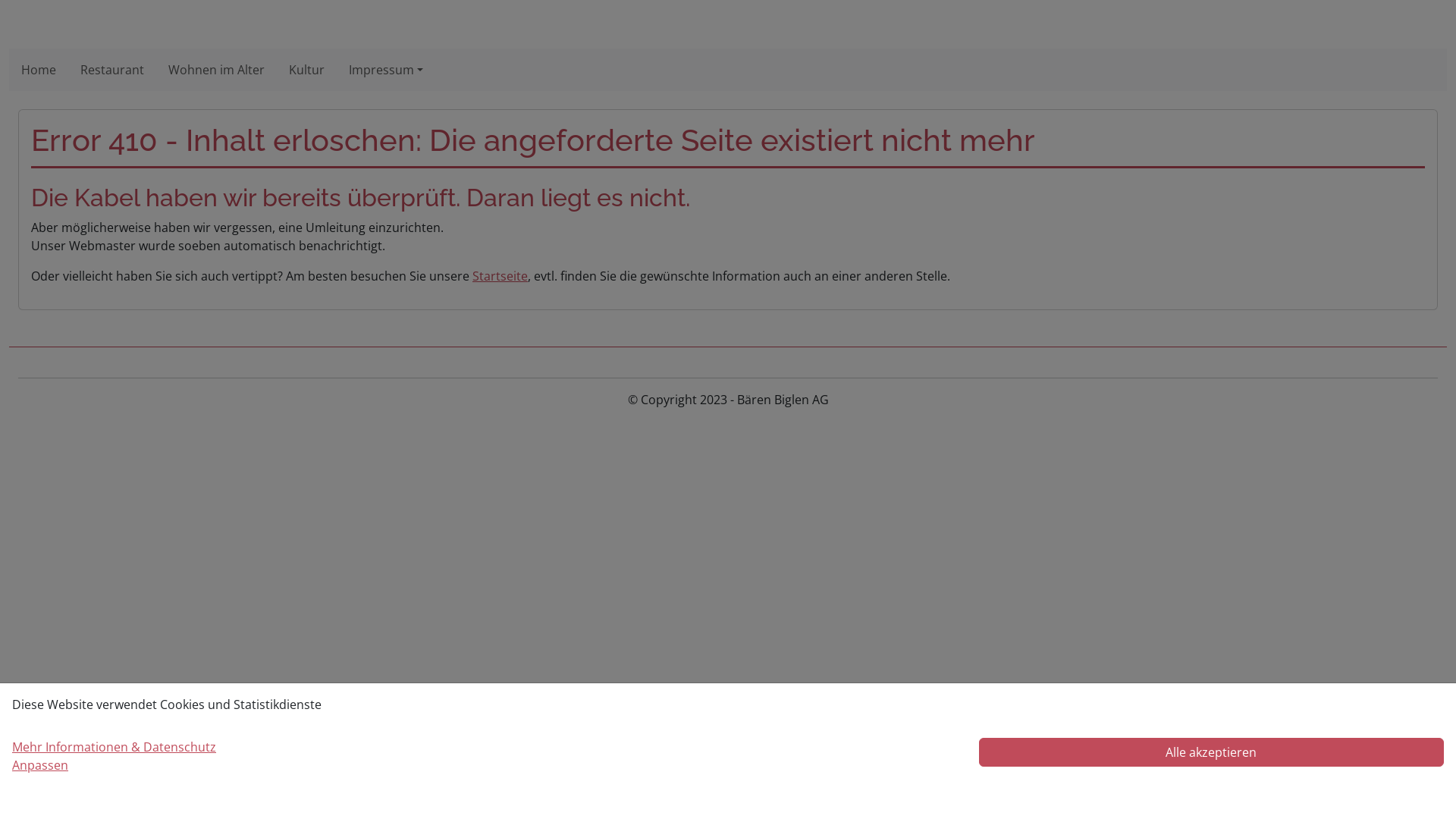  Describe the element at coordinates (39, 765) in the screenshot. I see `'Anpassen'` at that location.